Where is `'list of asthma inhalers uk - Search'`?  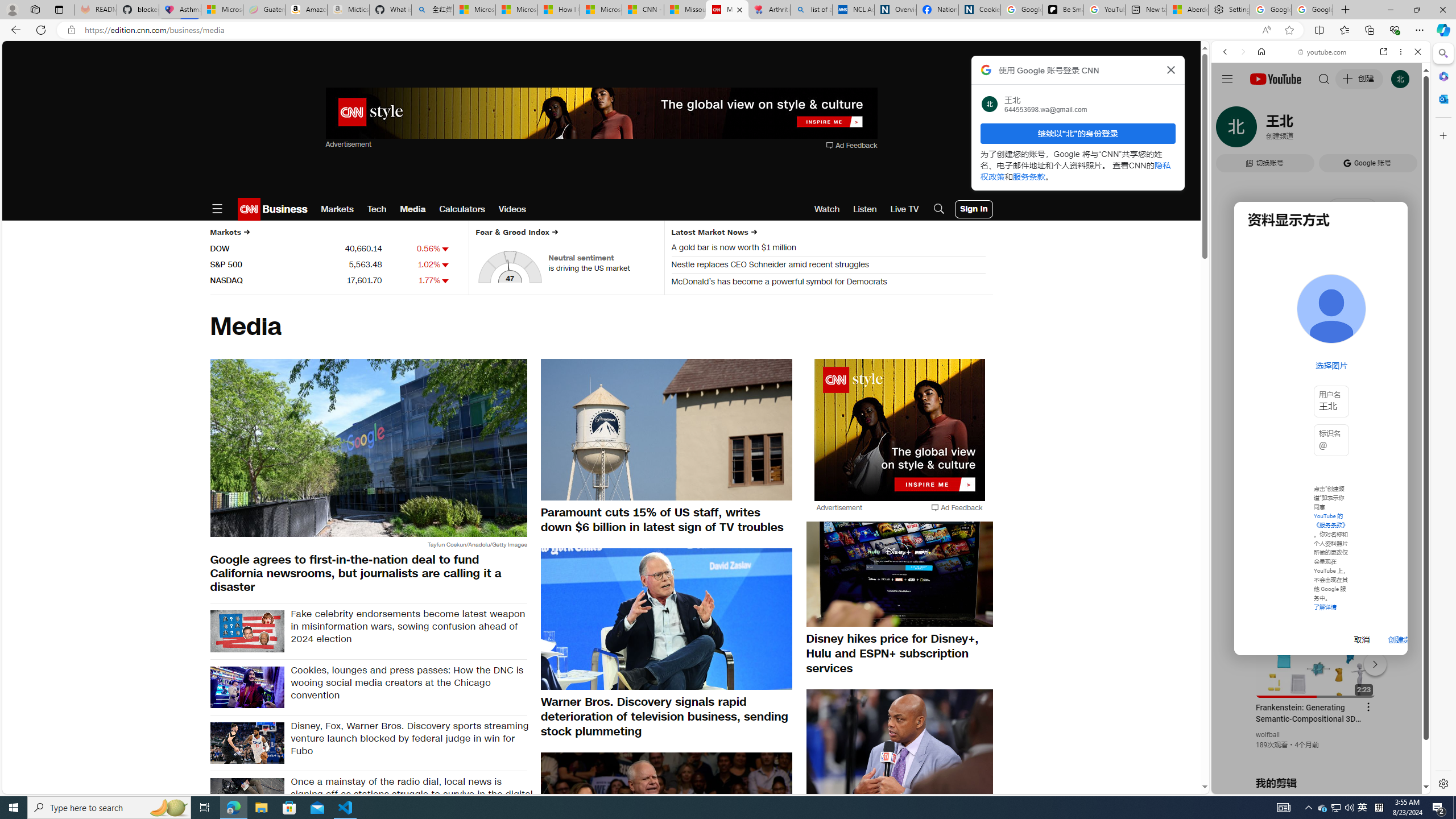
'list of asthma inhalers uk - Search' is located at coordinates (810, 9).